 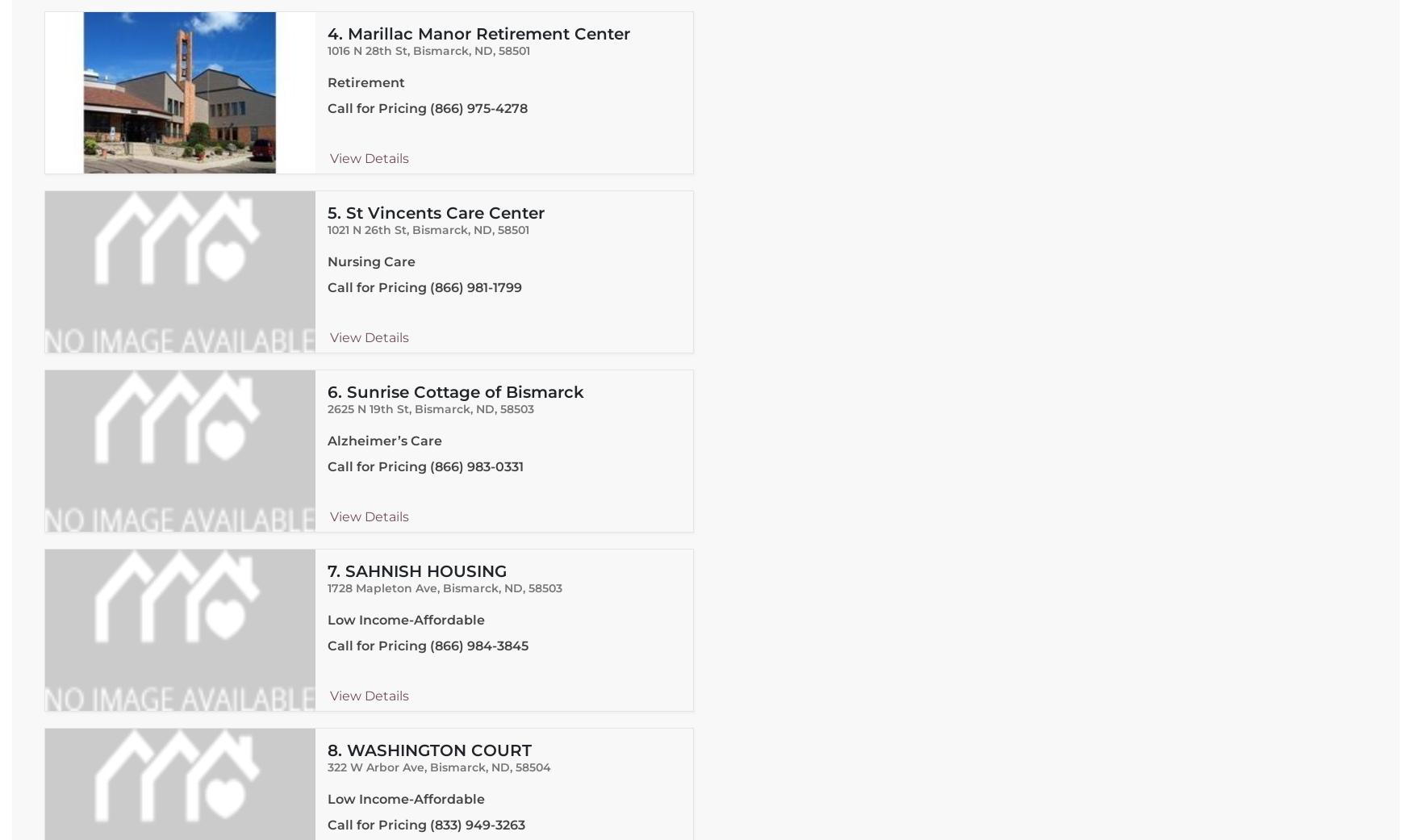 I want to click on 'WASHINGTON COURT', so click(x=437, y=750).